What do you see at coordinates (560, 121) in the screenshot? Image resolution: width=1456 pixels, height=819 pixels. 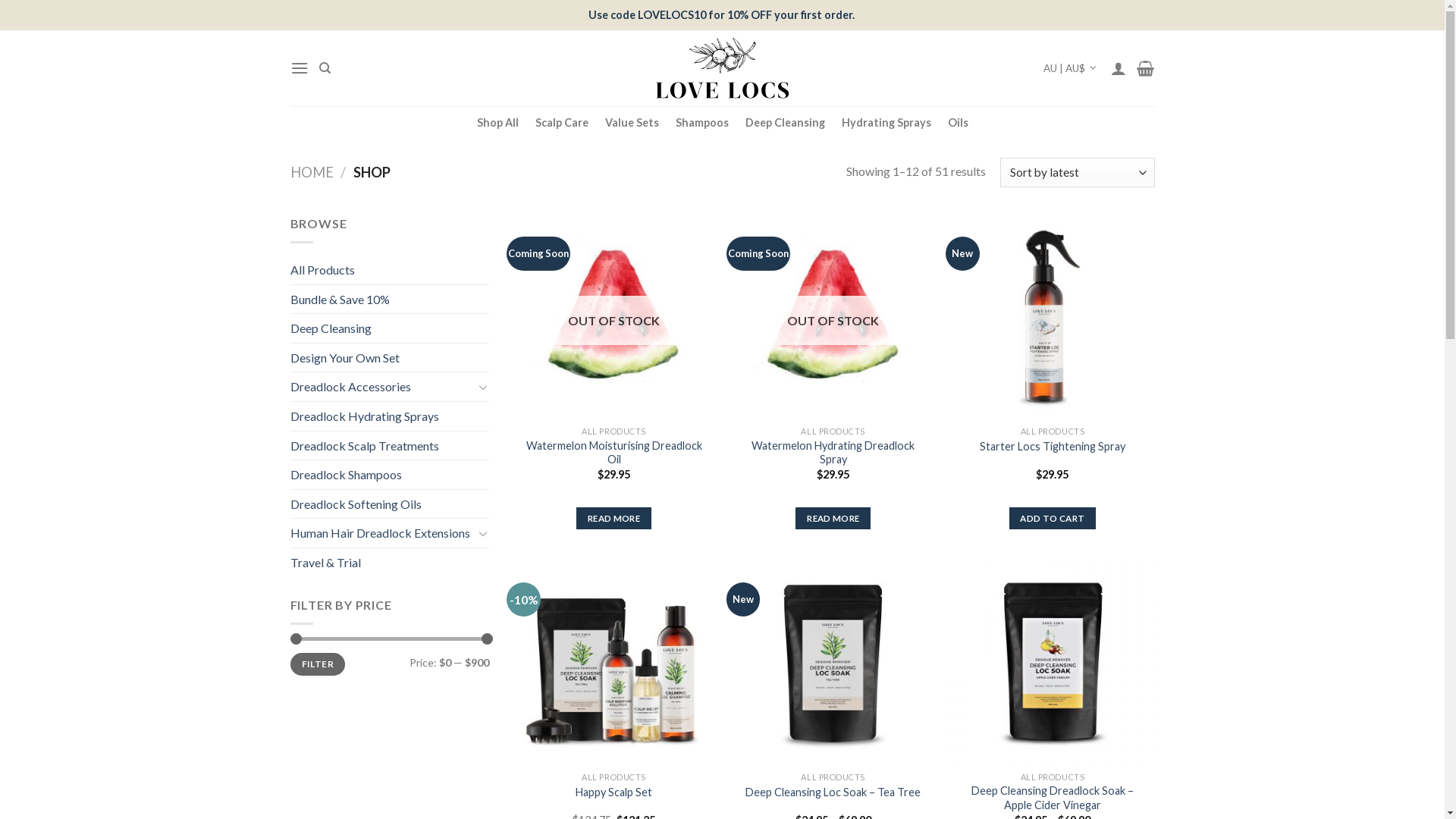 I see `'Scalp Care'` at bounding box center [560, 121].